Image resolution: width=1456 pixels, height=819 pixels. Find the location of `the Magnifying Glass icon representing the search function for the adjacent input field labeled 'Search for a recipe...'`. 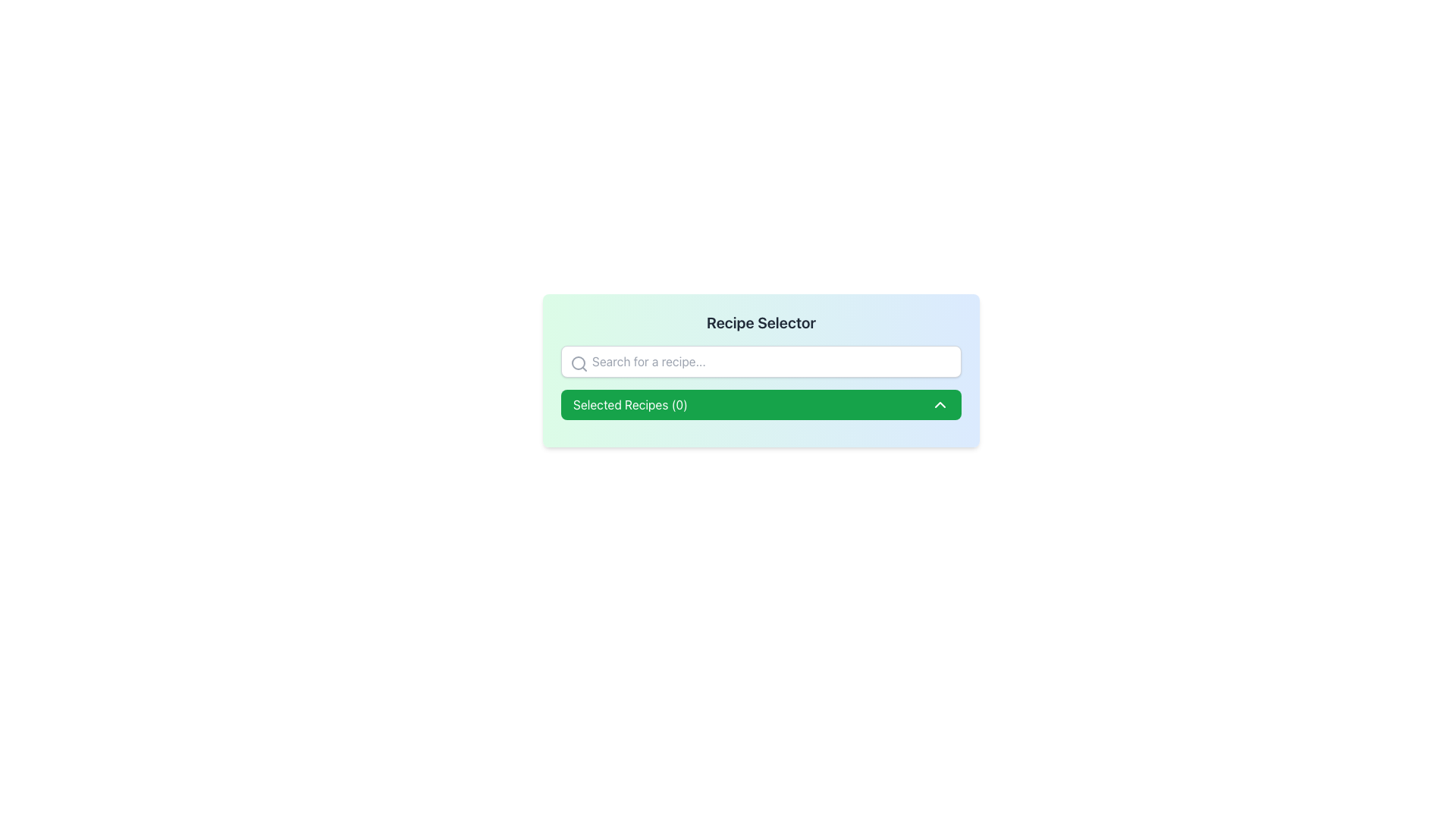

the Magnifying Glass icon representing the search function for the adjacent input field labeled 'Search for a recipe...' is located at coordinates (578, 363).